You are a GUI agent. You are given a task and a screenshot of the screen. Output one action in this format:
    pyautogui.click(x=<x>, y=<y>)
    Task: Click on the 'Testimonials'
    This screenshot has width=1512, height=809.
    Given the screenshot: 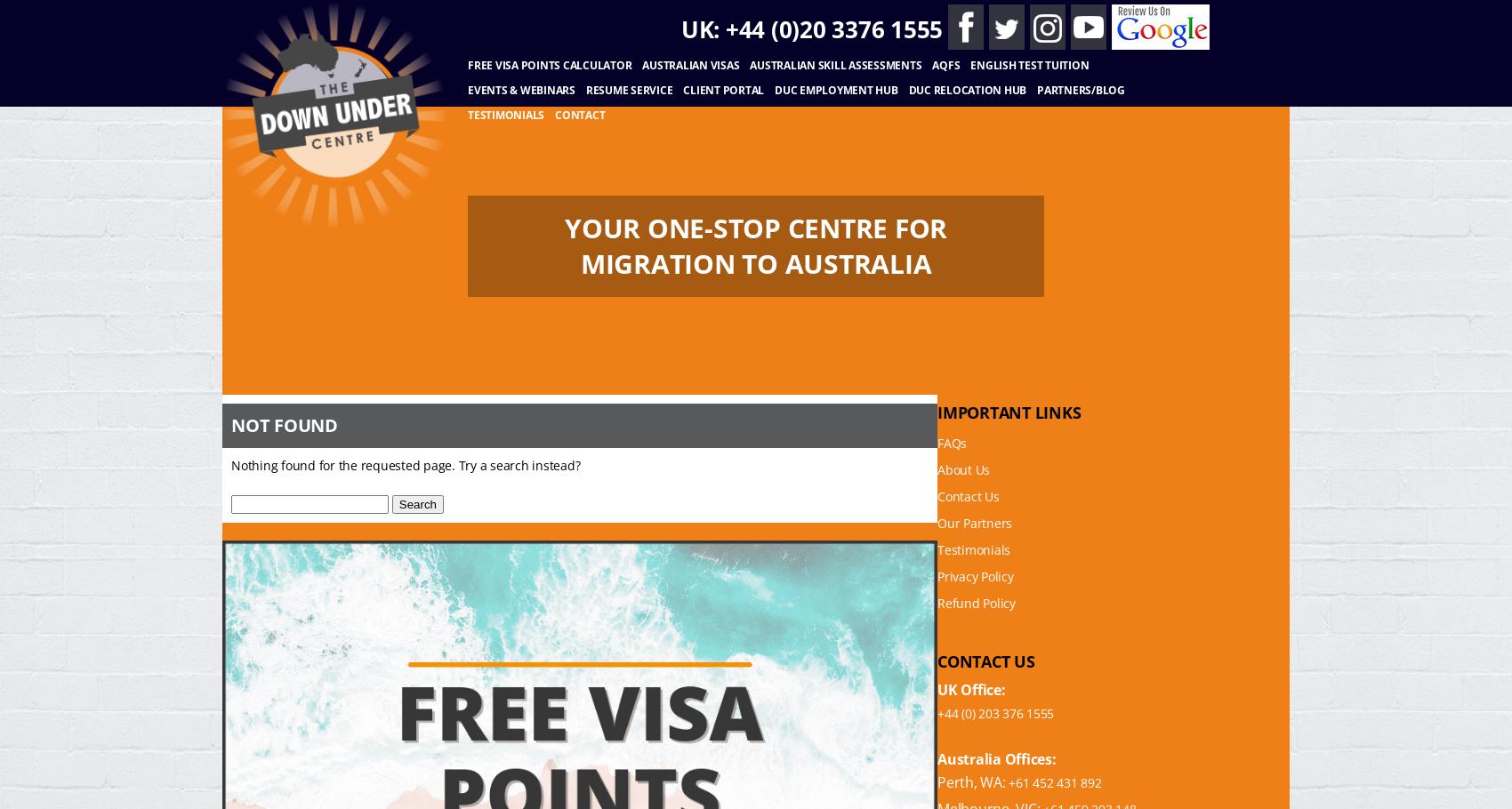 What is the action you would take?
    pyautogui.click(x=973, y=549)
    